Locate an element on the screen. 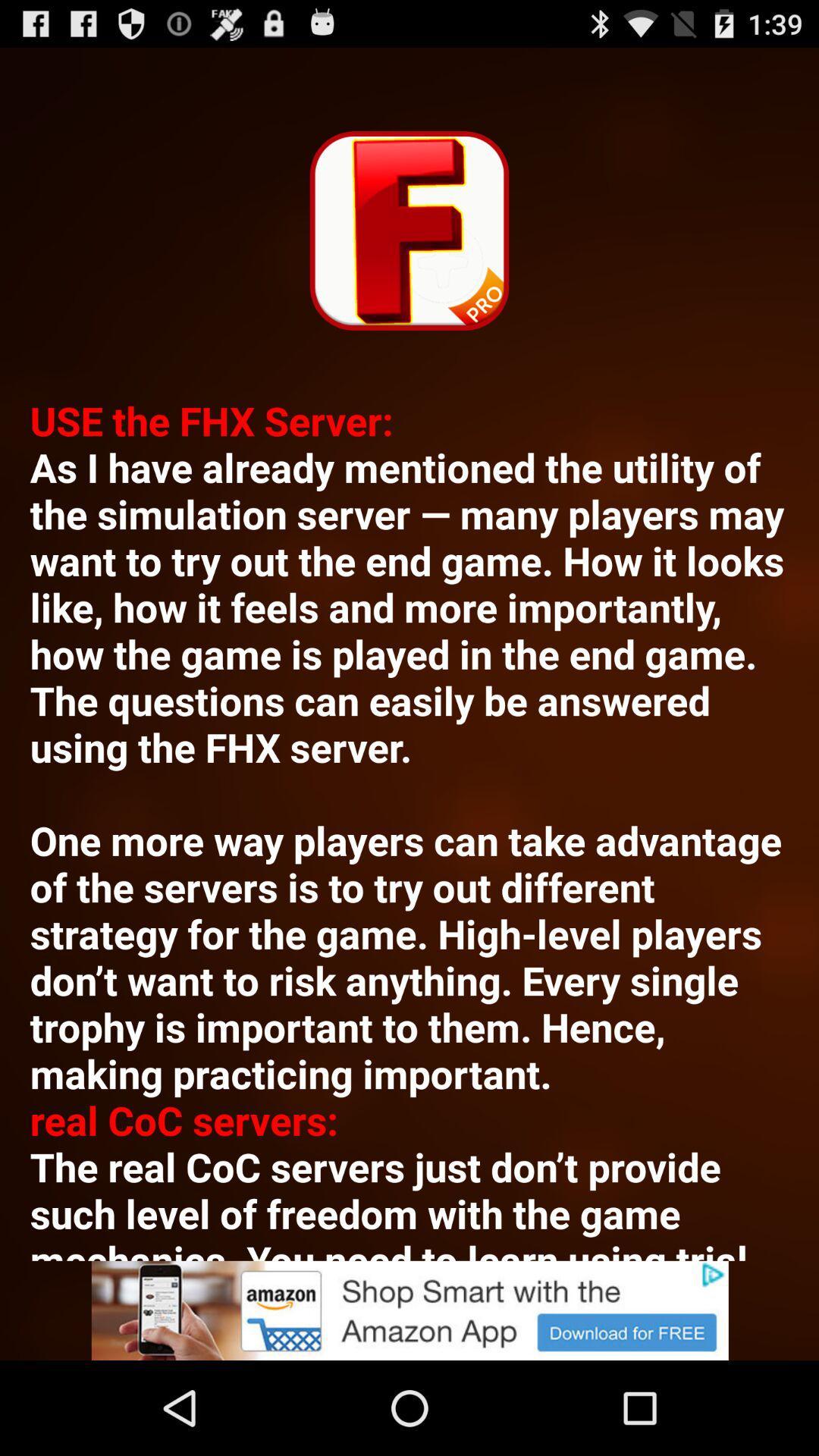 The image size is (819, 1456). advertisement link banner is located at coordinates (409, 1310).